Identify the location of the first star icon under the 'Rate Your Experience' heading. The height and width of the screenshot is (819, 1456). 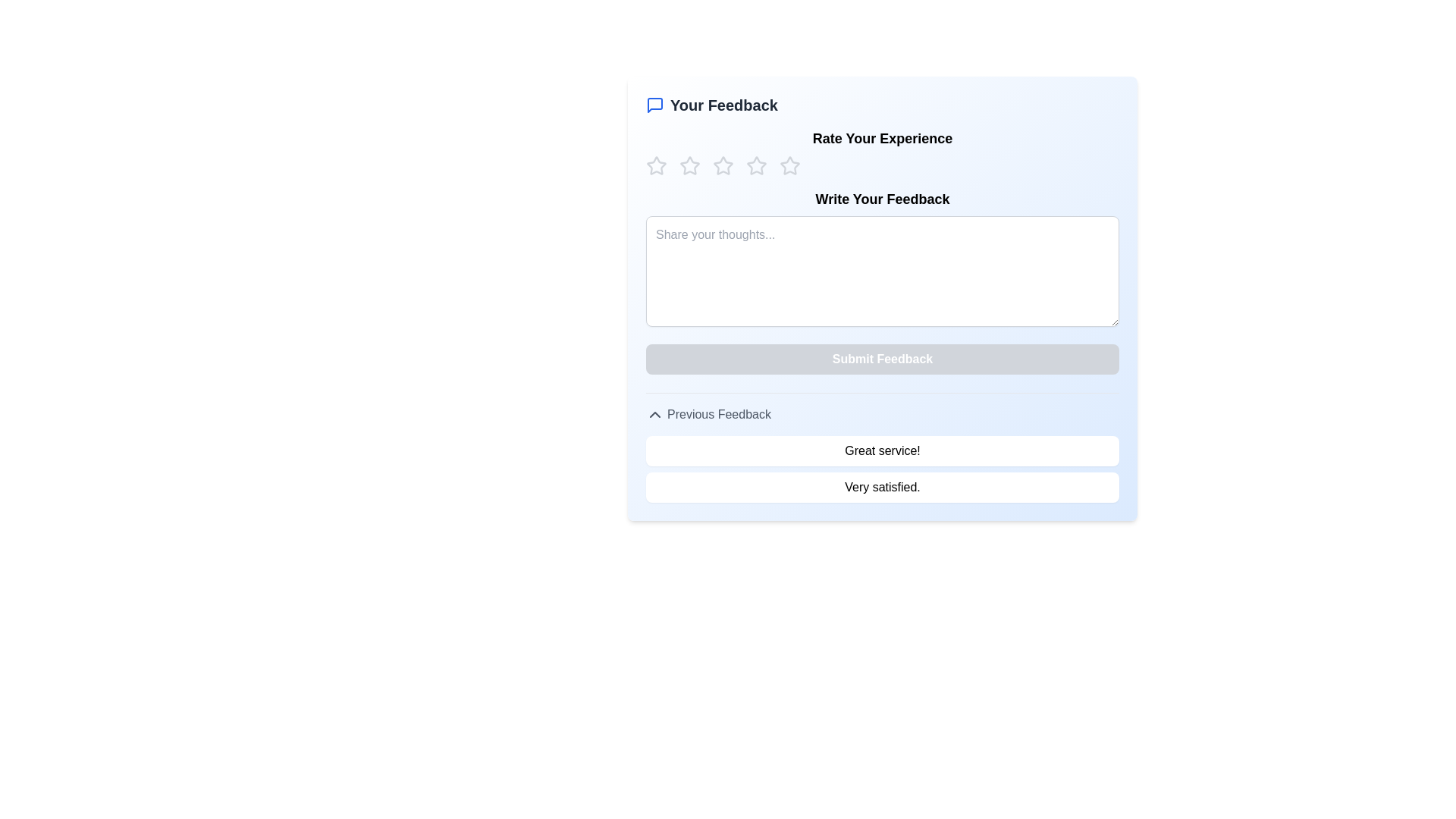
(655, 165).